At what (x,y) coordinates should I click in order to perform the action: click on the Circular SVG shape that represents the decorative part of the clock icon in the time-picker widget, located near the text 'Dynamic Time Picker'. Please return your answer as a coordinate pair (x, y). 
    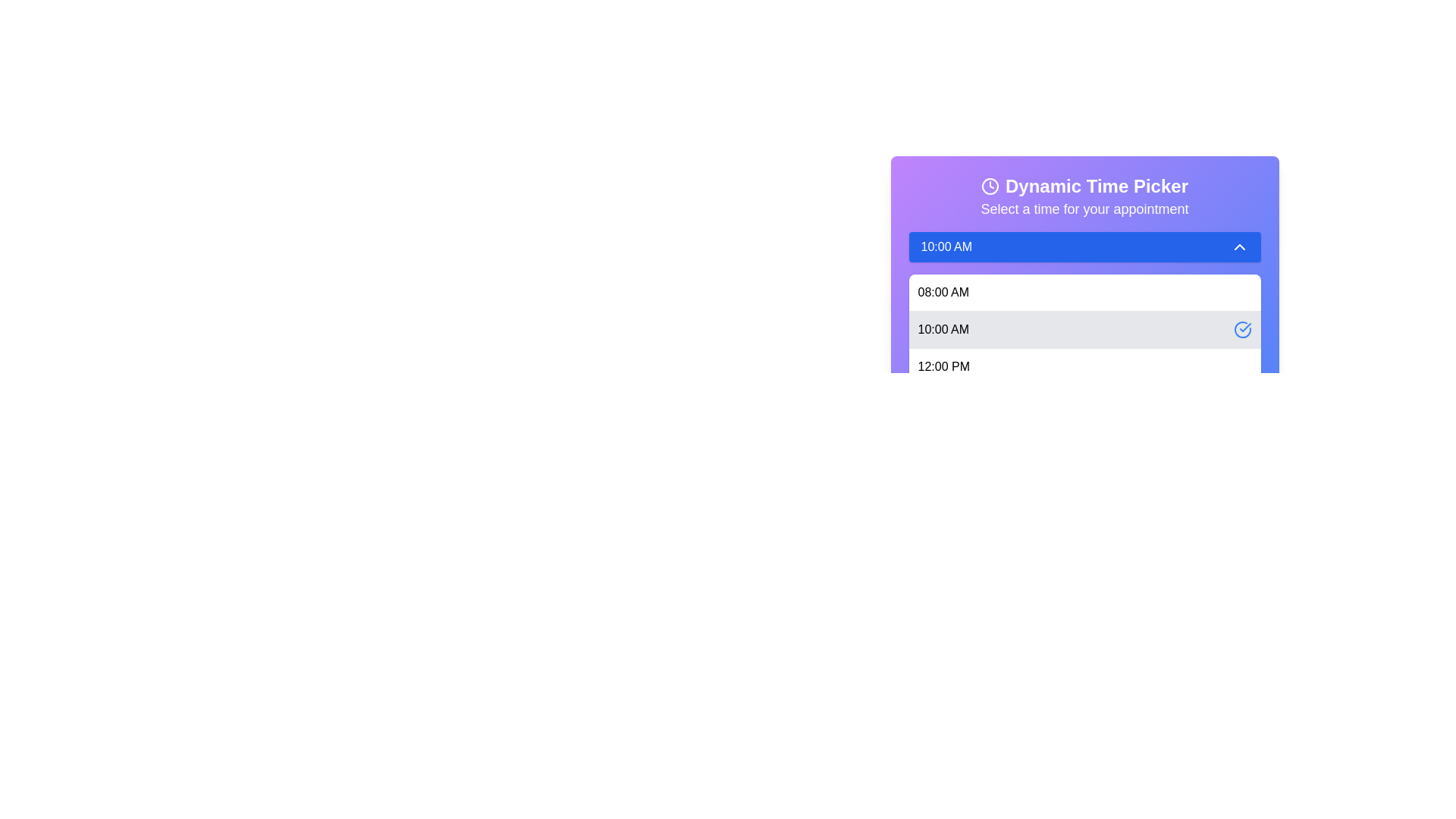
    Looking at the image, I should click on (990, 186).